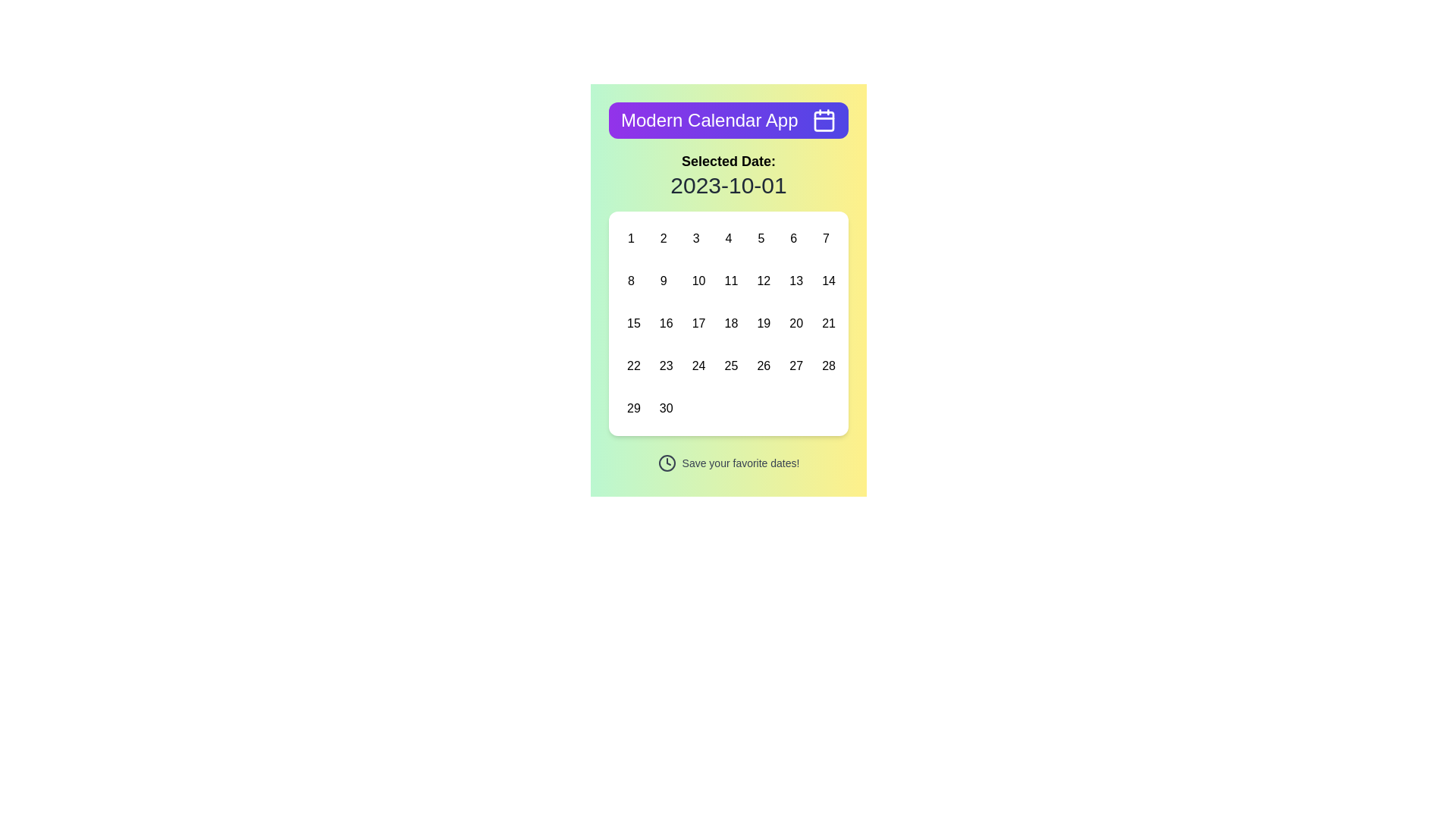 This screenshot has width=1456, height=819. What do you see at coordinates (825, 366) in the screenshot?
I see `the button representing the 28th day in the calendar` at bounding box center [825, 366].